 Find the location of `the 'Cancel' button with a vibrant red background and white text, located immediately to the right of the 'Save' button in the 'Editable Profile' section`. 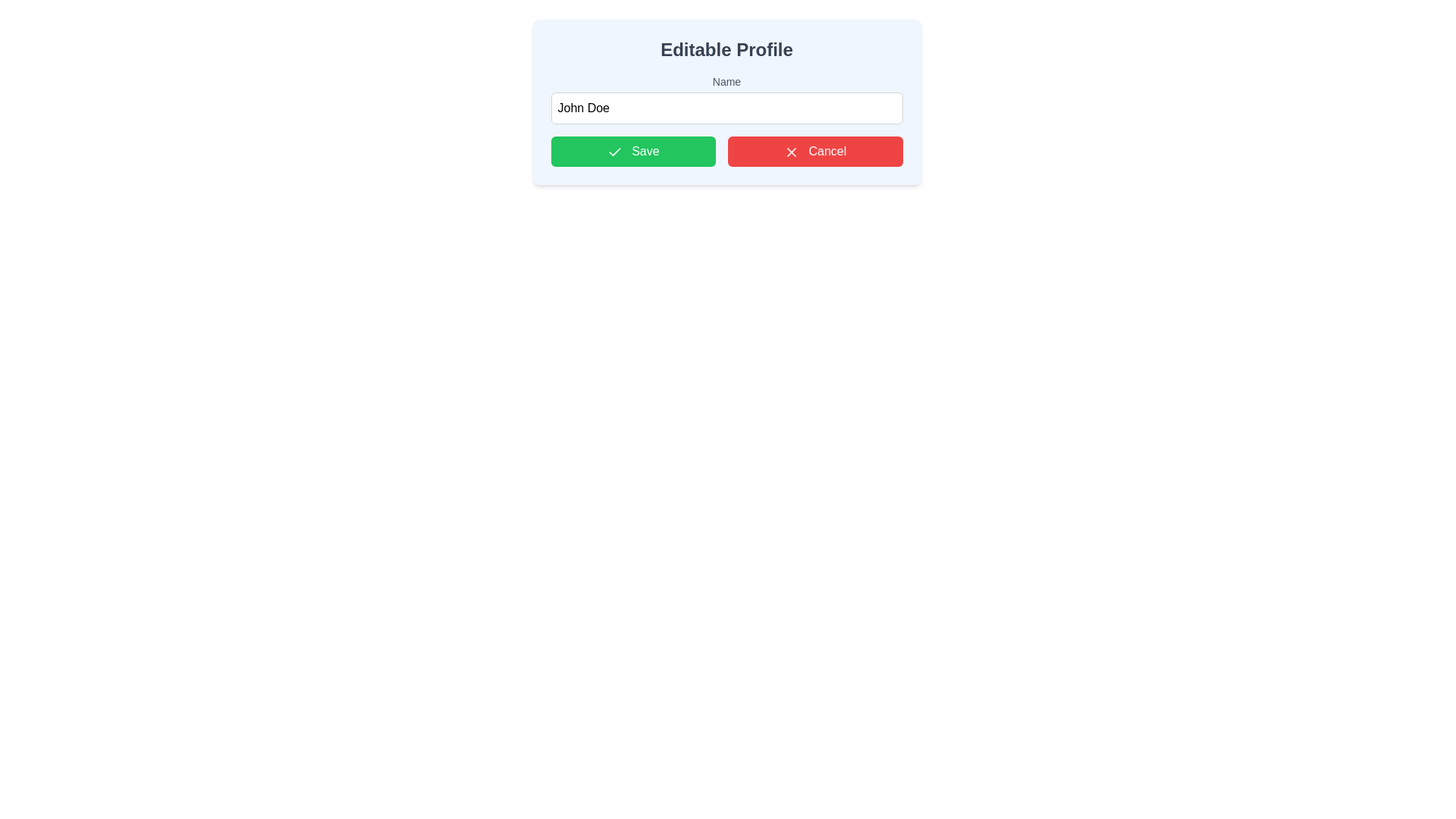

the 'Cancel' button with a vibrant red background and white text, located immediately to the right of the 'Save' button in the 'Editable Profile' section is located at coordinates (814, 152).